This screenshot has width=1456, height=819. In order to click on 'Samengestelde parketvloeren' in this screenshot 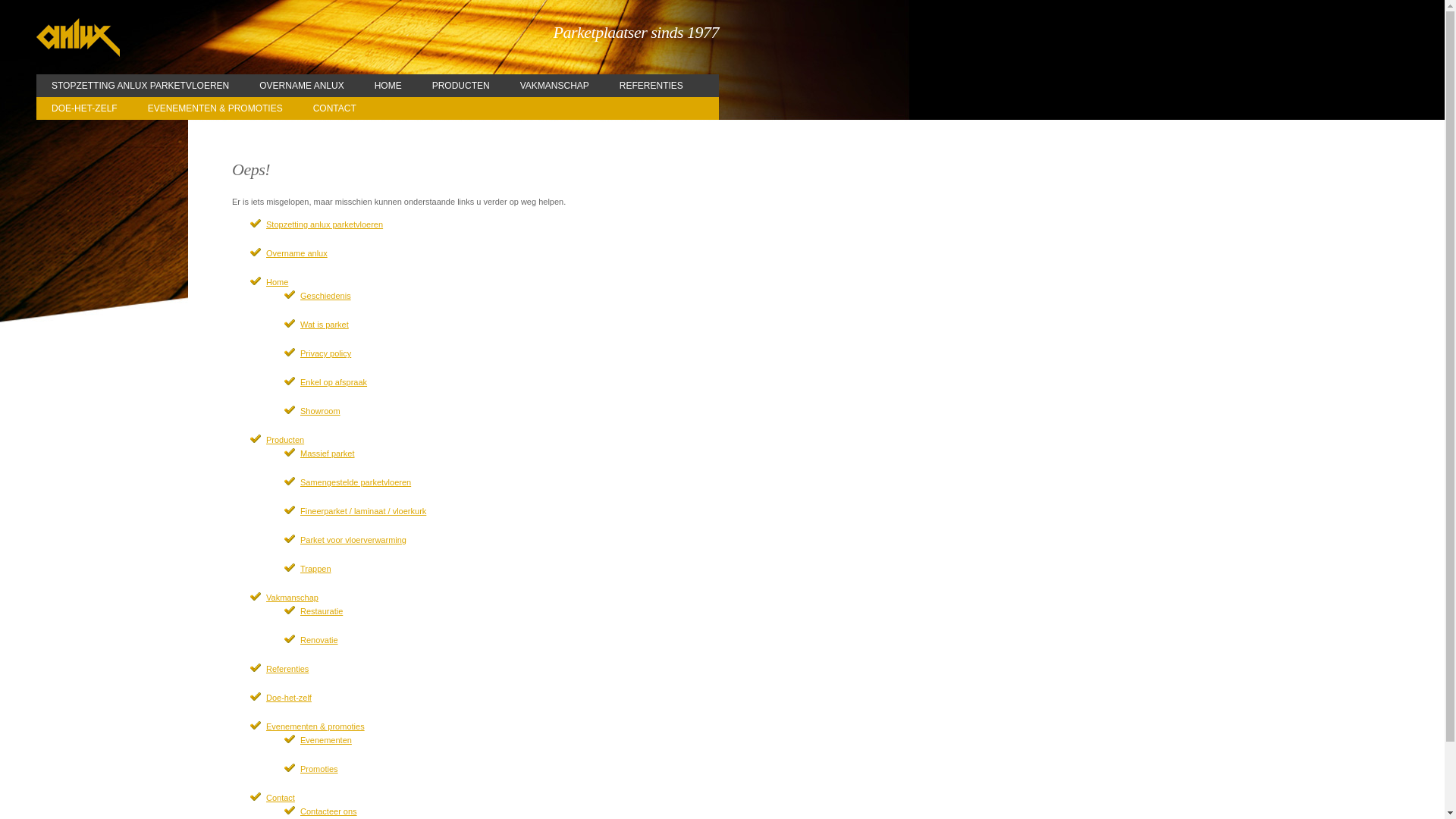, I will do `click(300, 482)`.